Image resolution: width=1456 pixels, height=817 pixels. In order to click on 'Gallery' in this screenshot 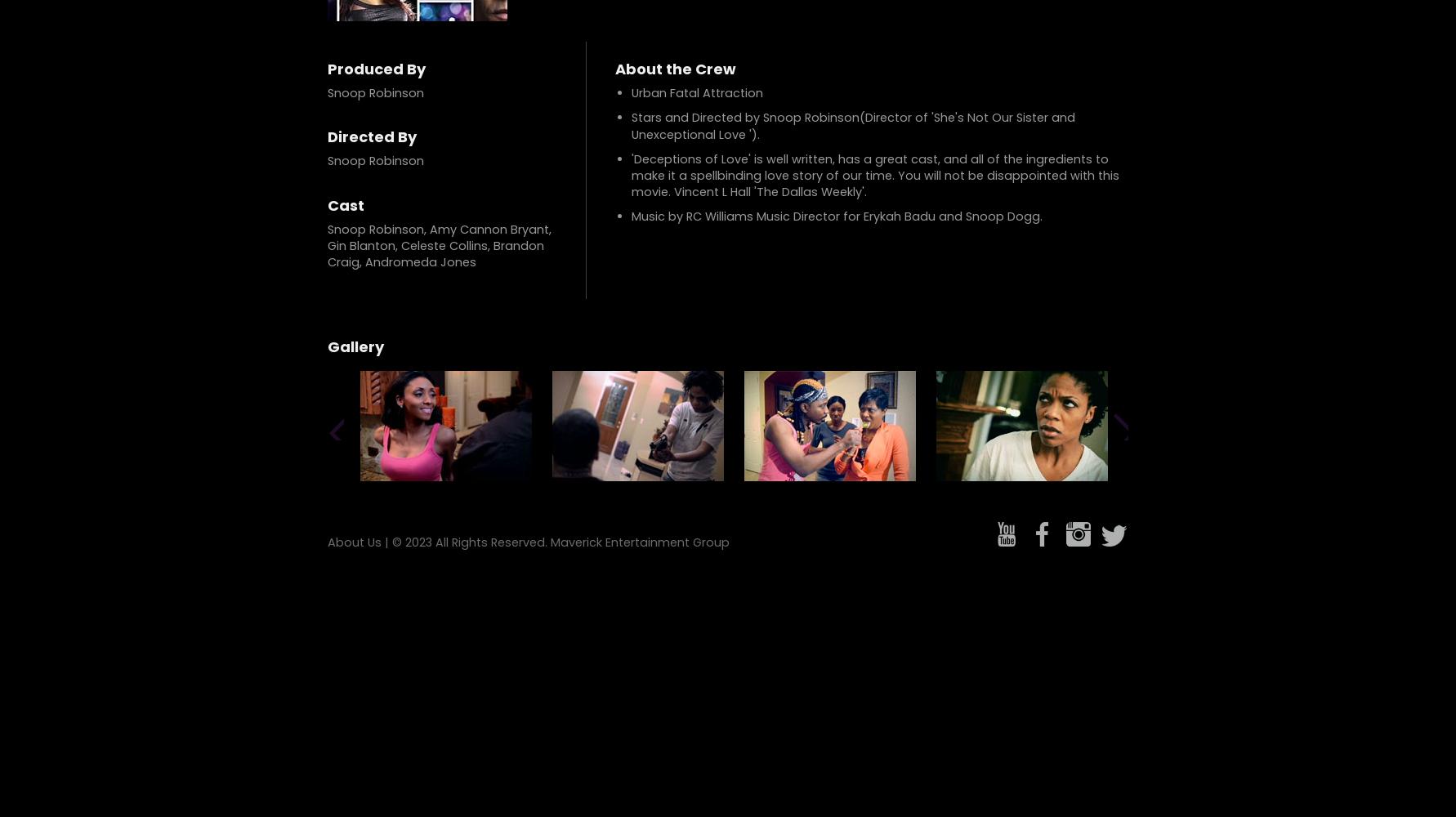, I will do `click(355, 346)`.